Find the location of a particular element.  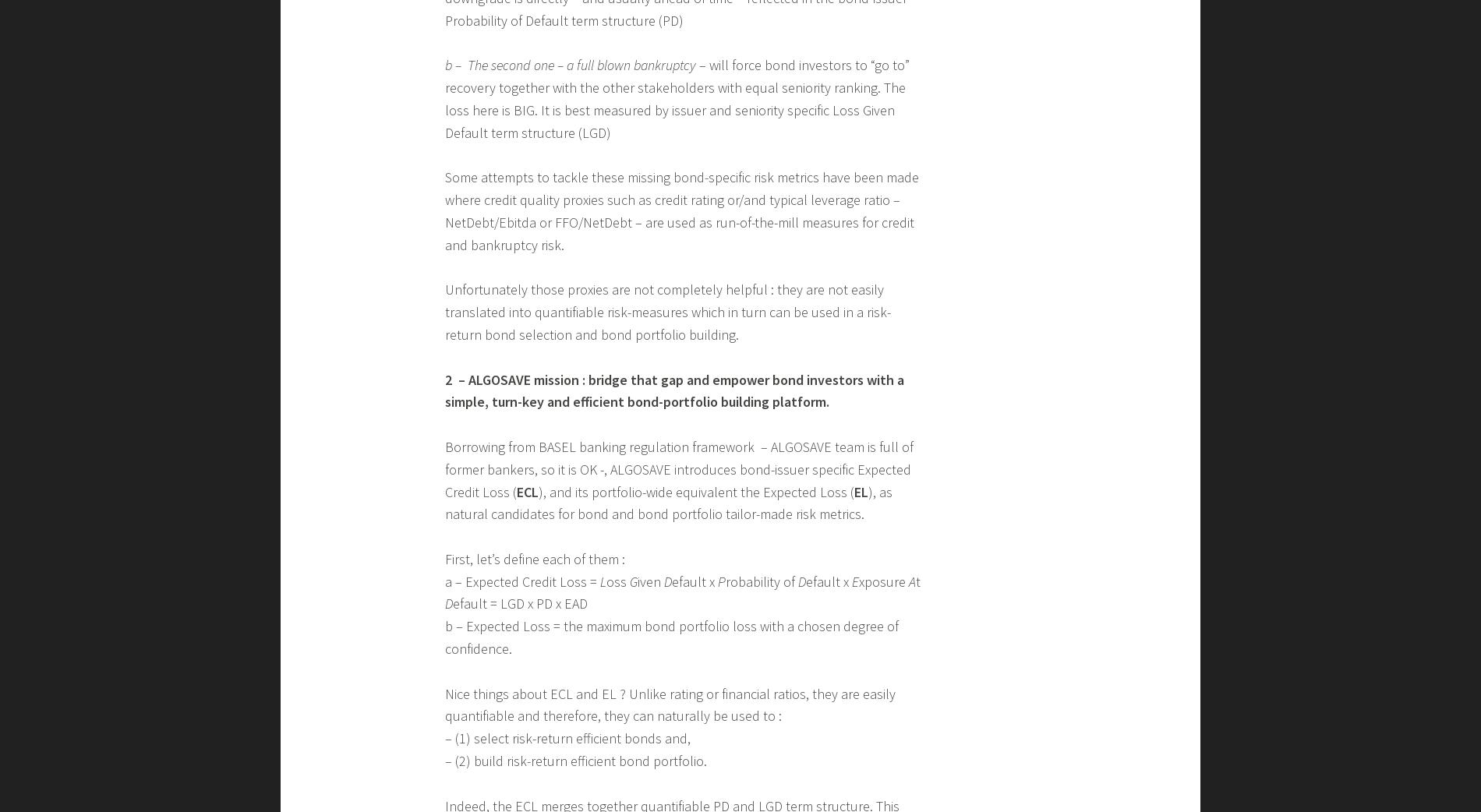

'E' is located at coordinates (855, 580).